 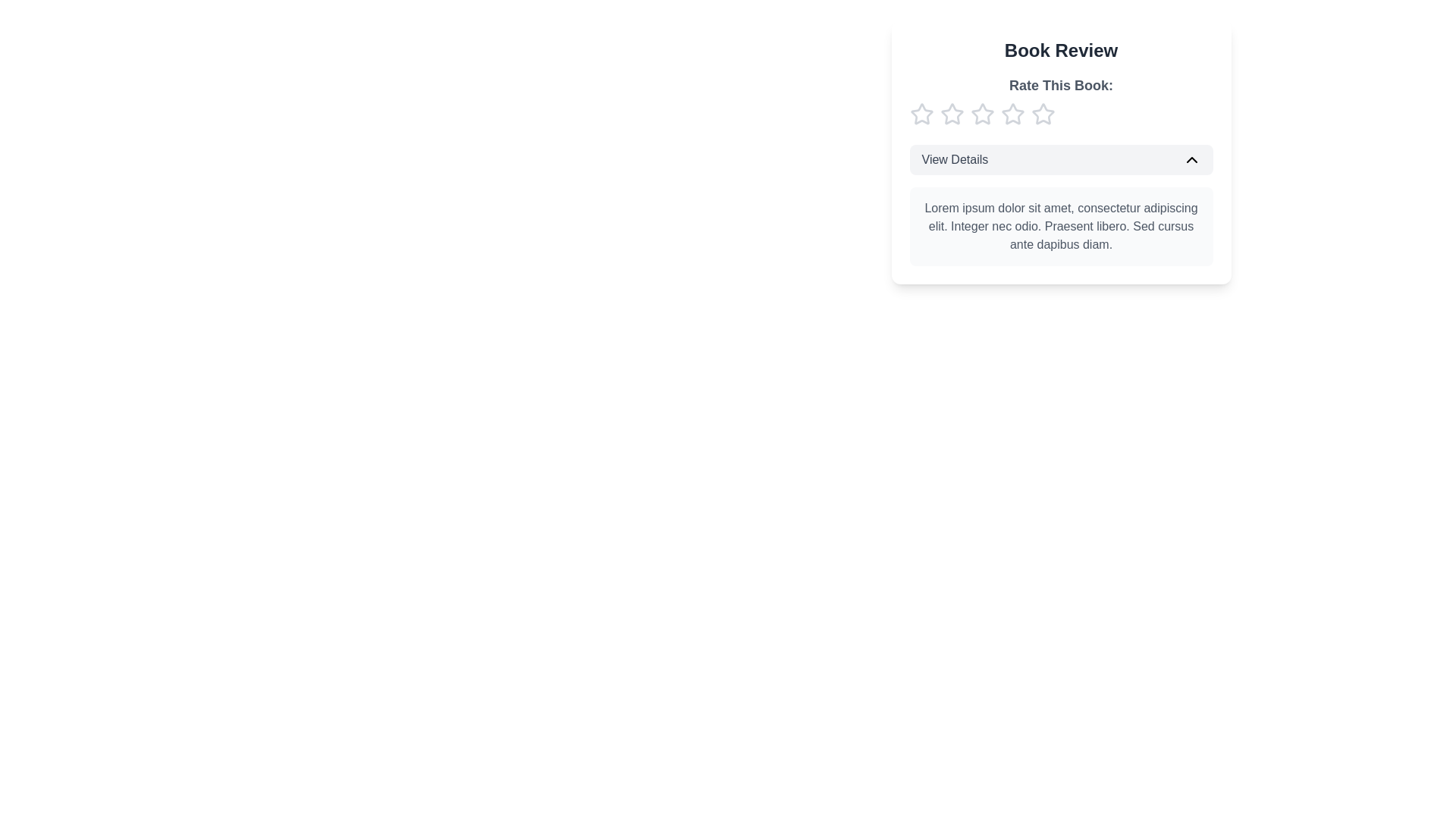 What do you see at coordinates (982, 113) in the screenshot?
I see `the third star icon in the five-star rating system` at bounding box center [982, 113].